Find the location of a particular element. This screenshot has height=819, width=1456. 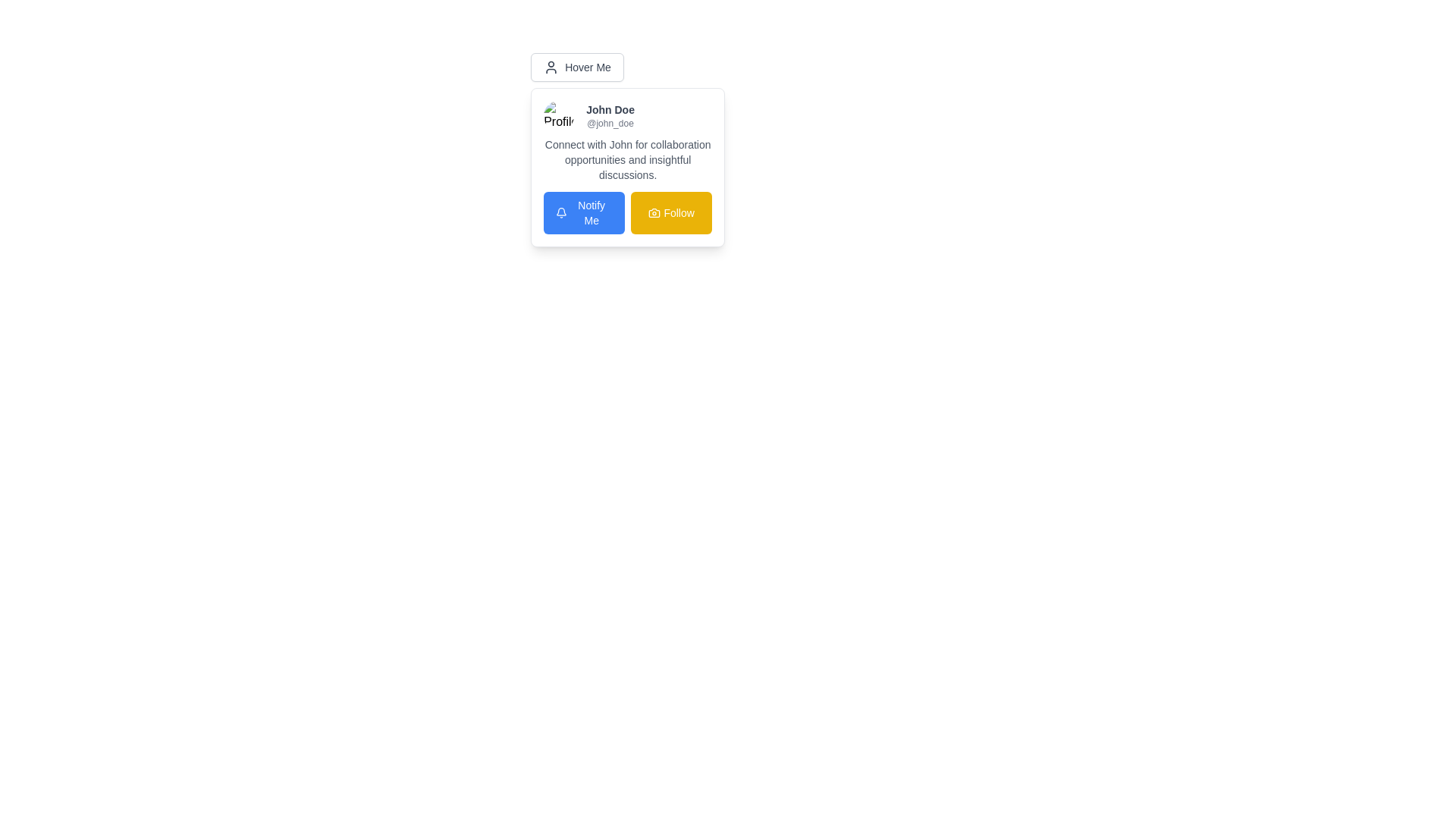

the text label providing additional information about the user's profile, located beneath the username block and above the 'Notify Me' and 'Follow' buttons is located at coordinates (628, 160).